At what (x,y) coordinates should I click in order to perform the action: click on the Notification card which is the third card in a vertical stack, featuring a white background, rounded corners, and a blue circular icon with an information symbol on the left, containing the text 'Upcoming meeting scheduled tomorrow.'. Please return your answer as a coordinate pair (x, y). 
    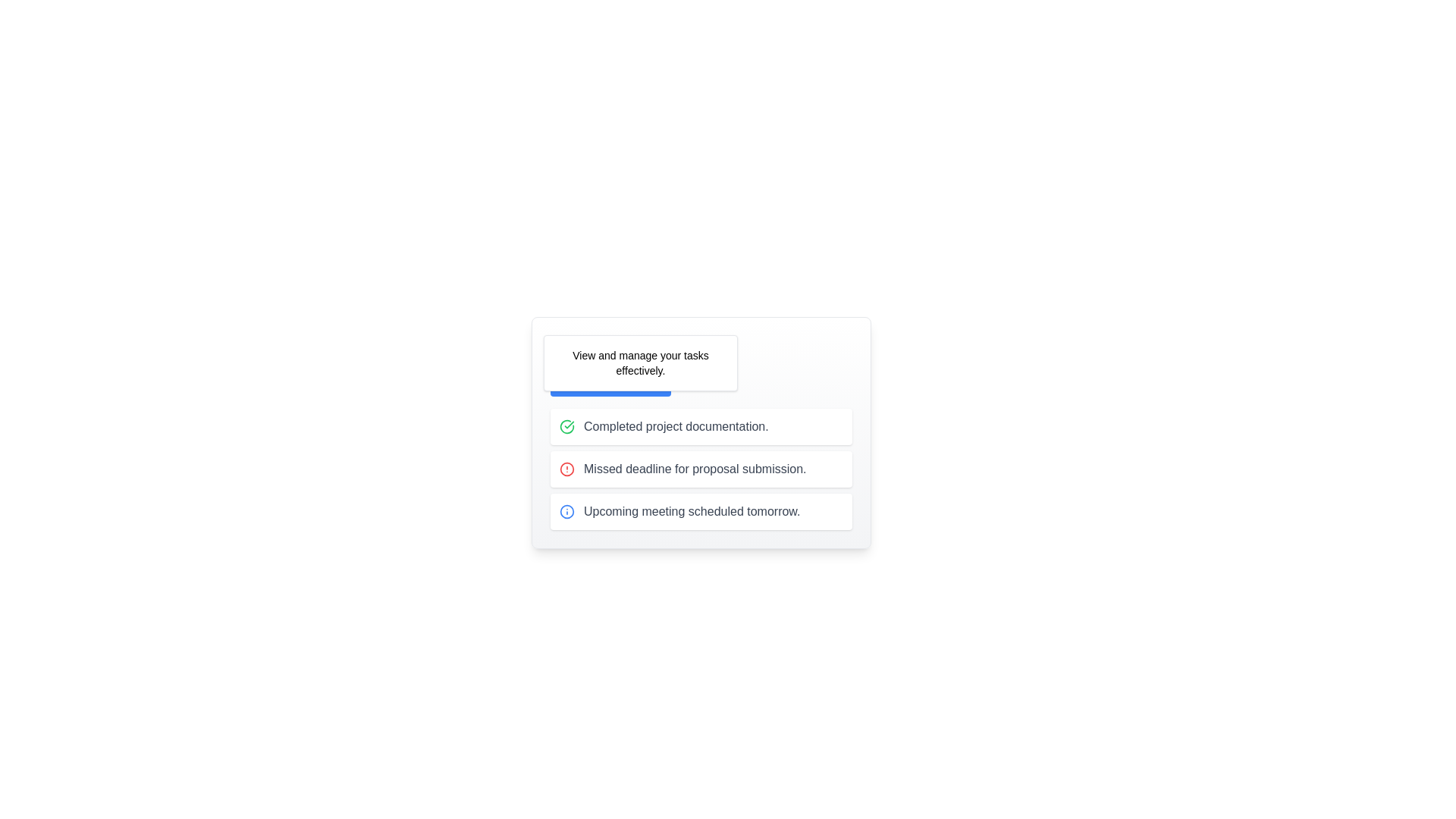
    Looking at the image, I should click on (701, 512).